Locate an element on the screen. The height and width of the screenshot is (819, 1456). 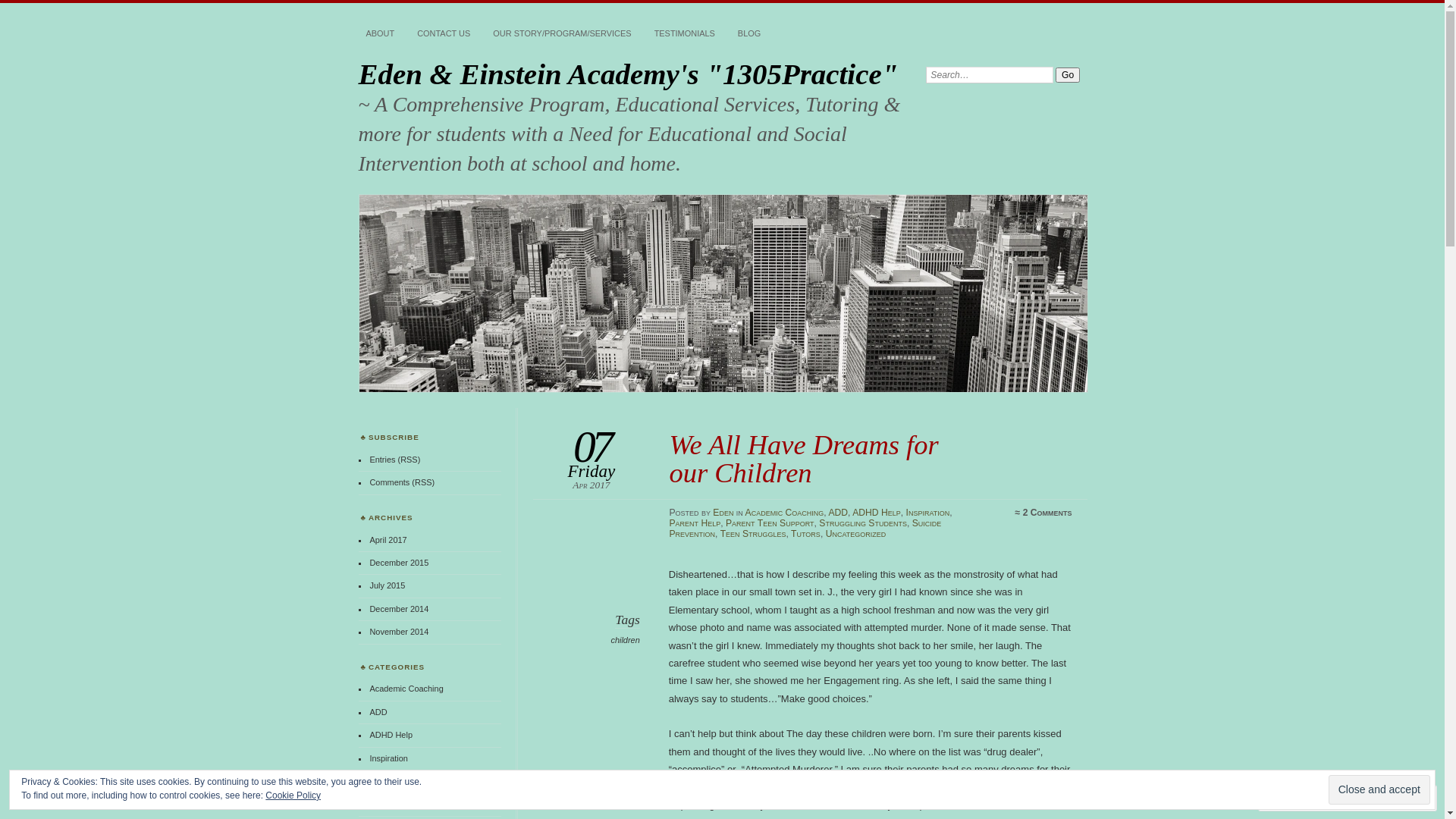
'2 Comments' is located at coordinates (1022, 512).